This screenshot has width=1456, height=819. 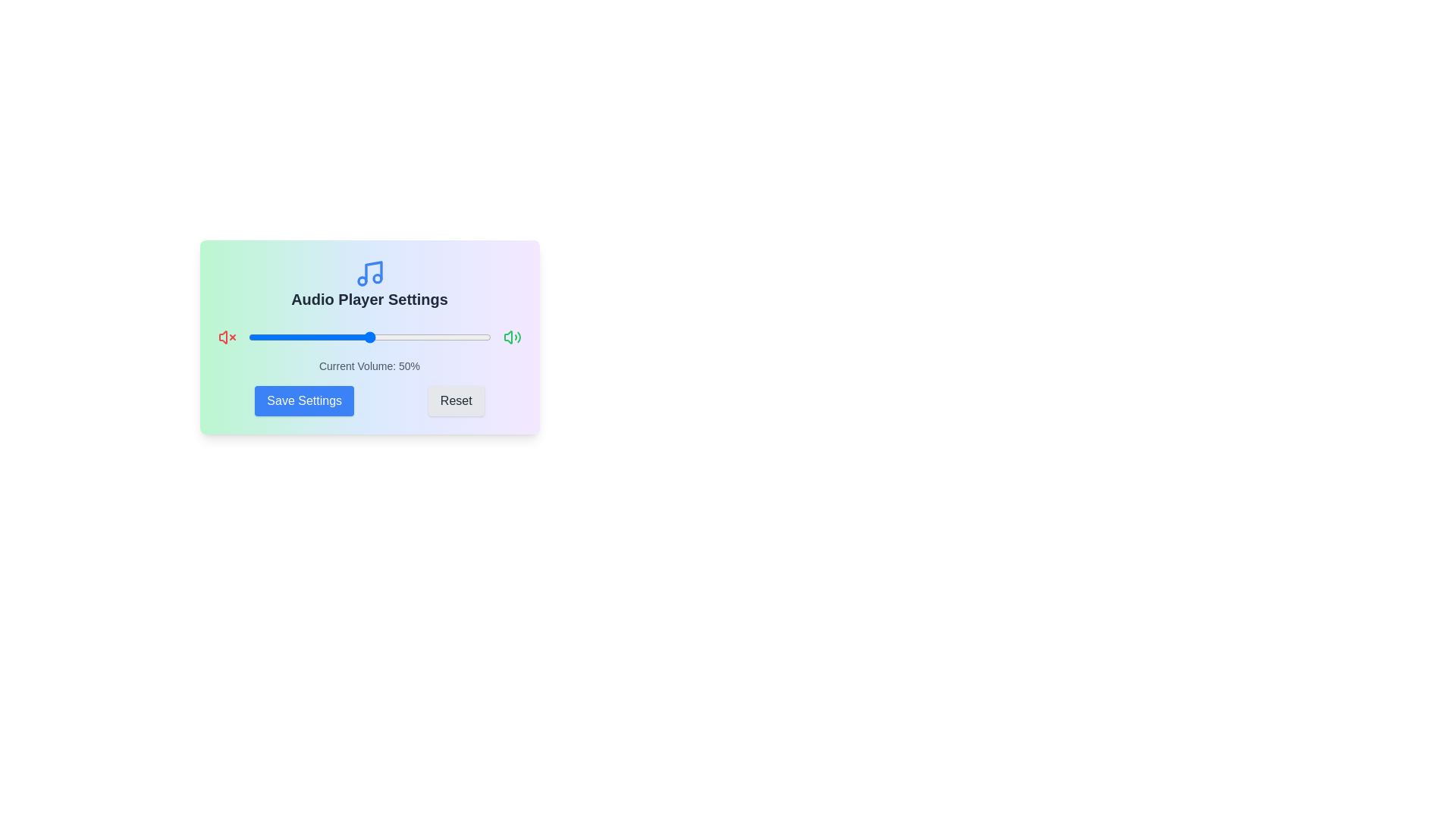 What do you see at coordinates (369, 274) in the screenshot?
I see `the decorative audio icon located directly above the 'Audio Player Settings' heading in the interface` at bounding box center [369, 274].